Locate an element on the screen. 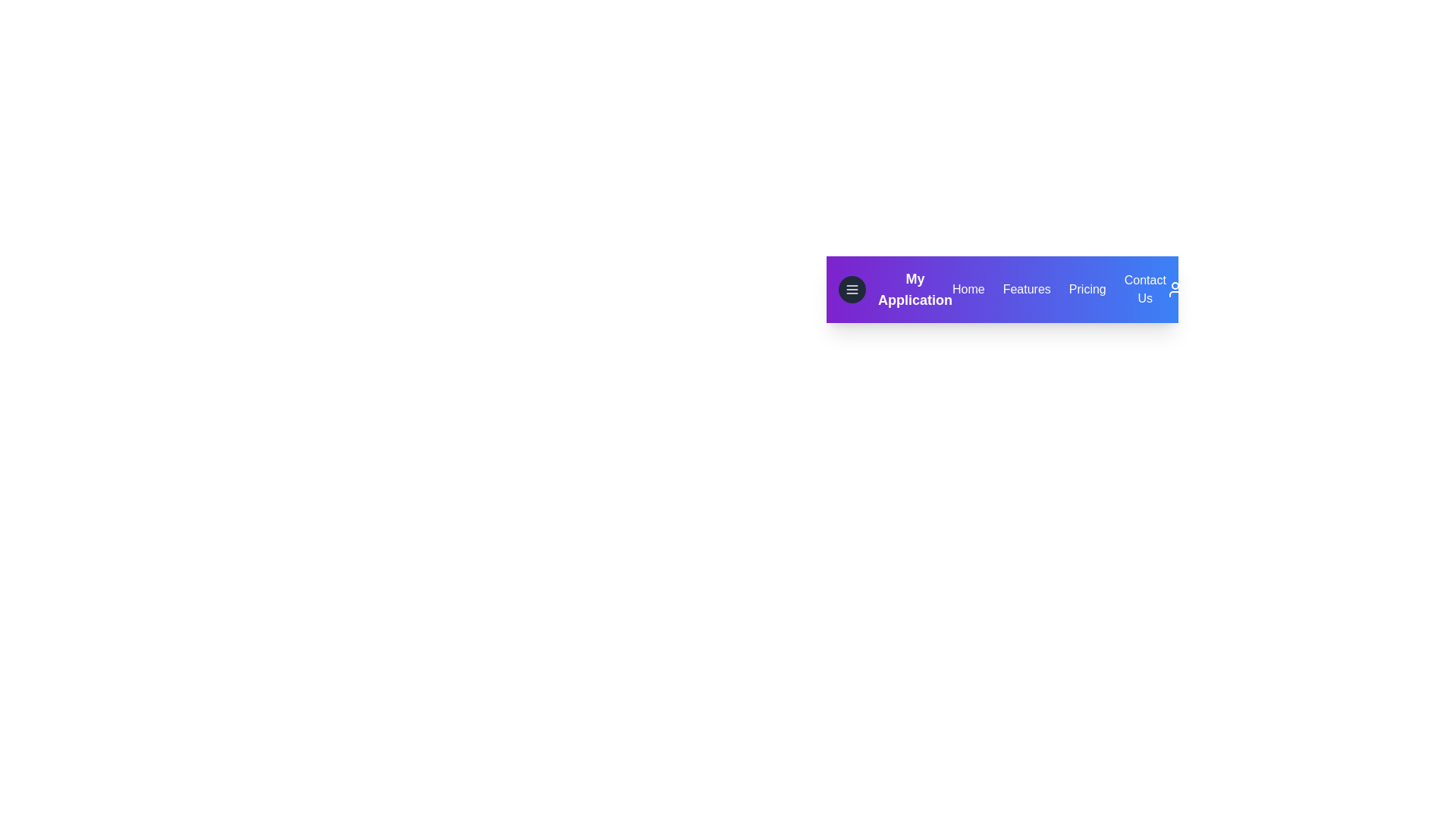  the Features link to navigate to the corresponding section is located at coordinates (1026, 289).